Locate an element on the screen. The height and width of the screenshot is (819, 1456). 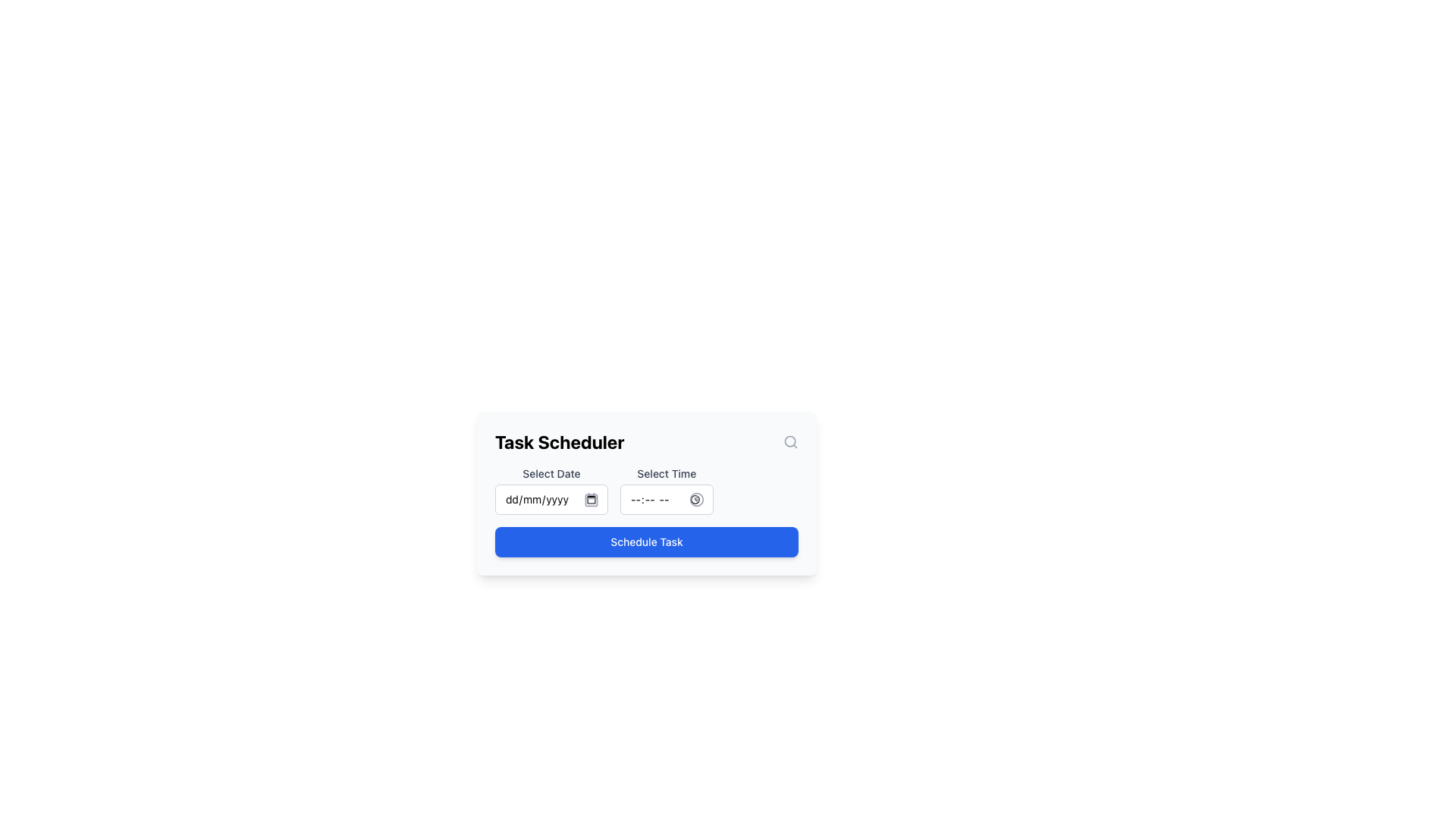
the 'Select Time' label, which is styled with a small font size and medium weight in gray, located in the top-center region of the 'Task Scheduler' form above the time input field is located at coordinates (667, 472).